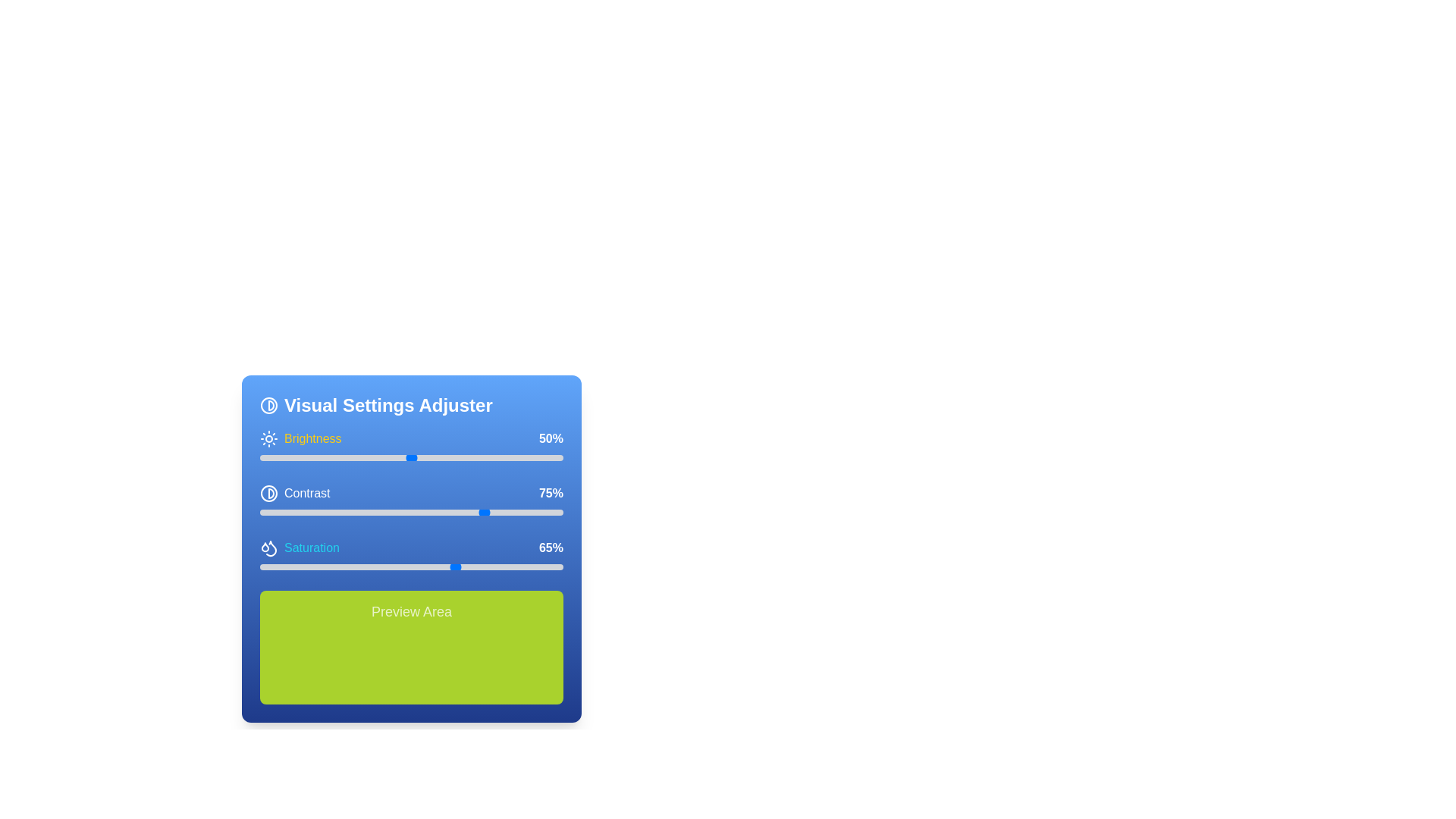 The height and width of the screenshot is (819, 1456). What do you see at coordinates (450, 512) in the screenshot?
I see `contrast` at bounding box center [450, 512].